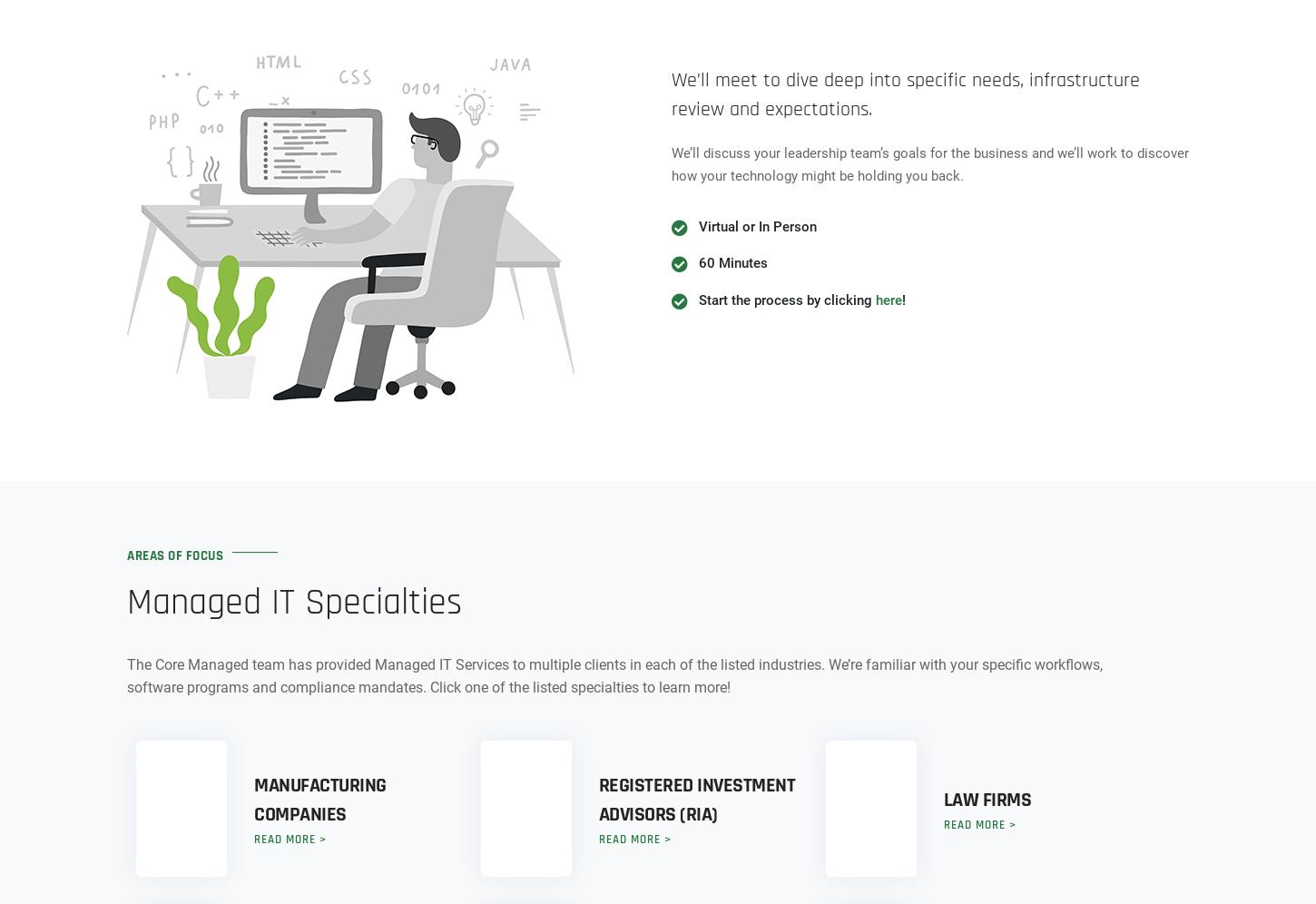 The height and width of the screenshot is (904, 1316). What do you see at coordinates (889, 298) in the screenshot?
I see `'here'` at bounding box center [889, 298].